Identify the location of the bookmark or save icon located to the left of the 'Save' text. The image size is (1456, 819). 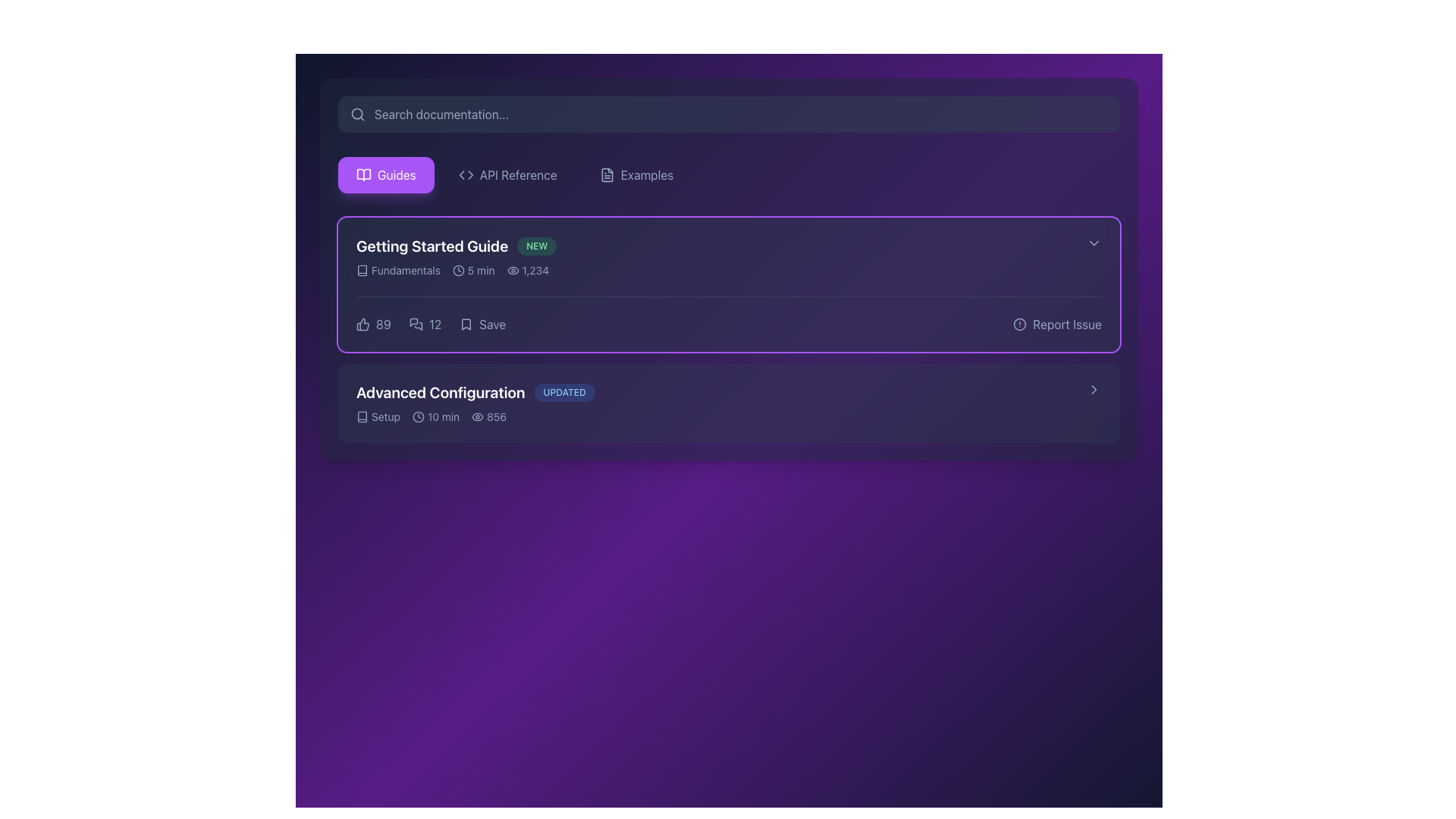
(466, 324).